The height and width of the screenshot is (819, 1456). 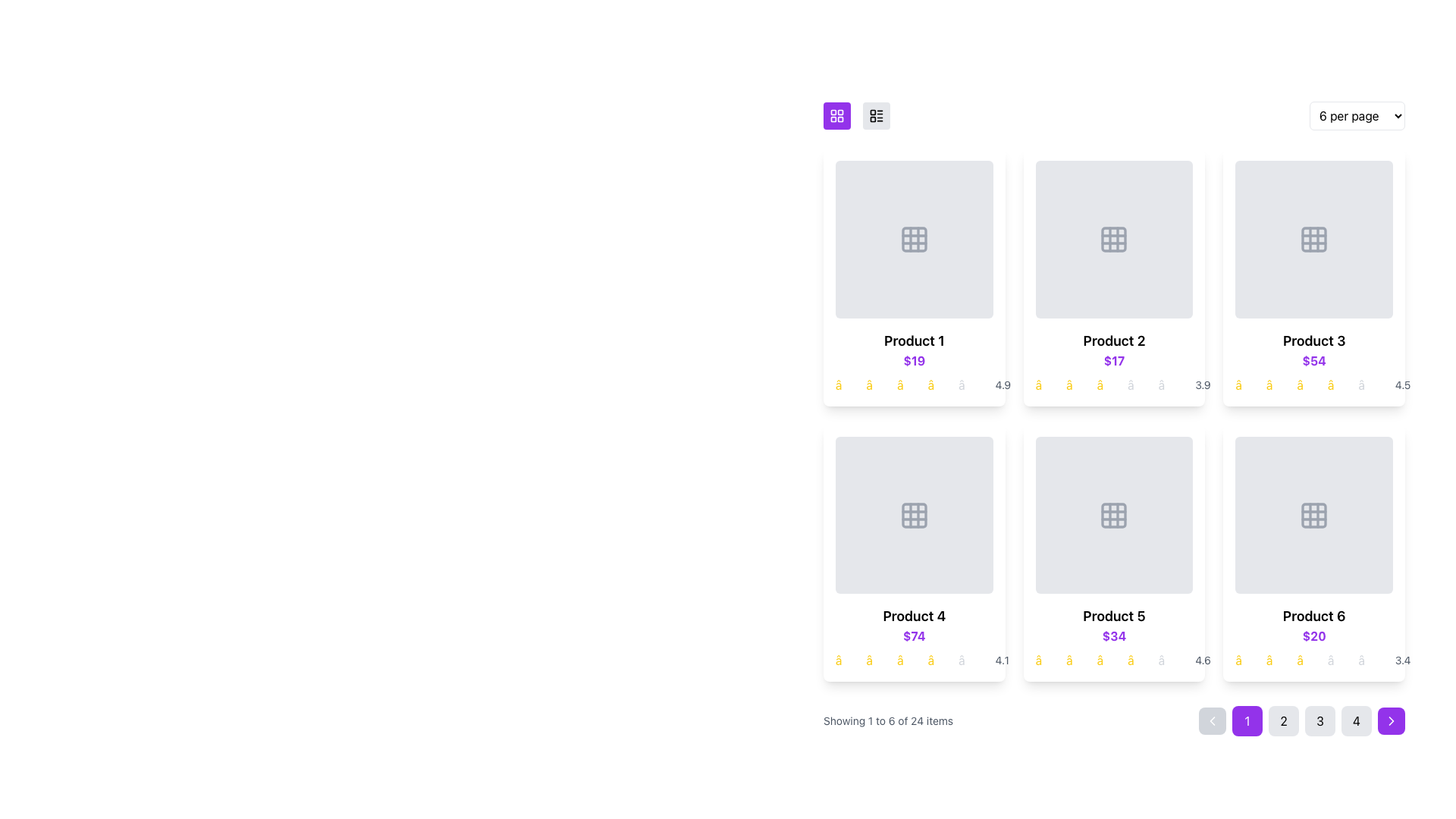 What do you see at coordinates (913, 617) in the screenshot?
I see `text displayed in the bold label 'Product 4' located above the price '$74' in the fourth product card of the second row` at bounding box center [913, 617].